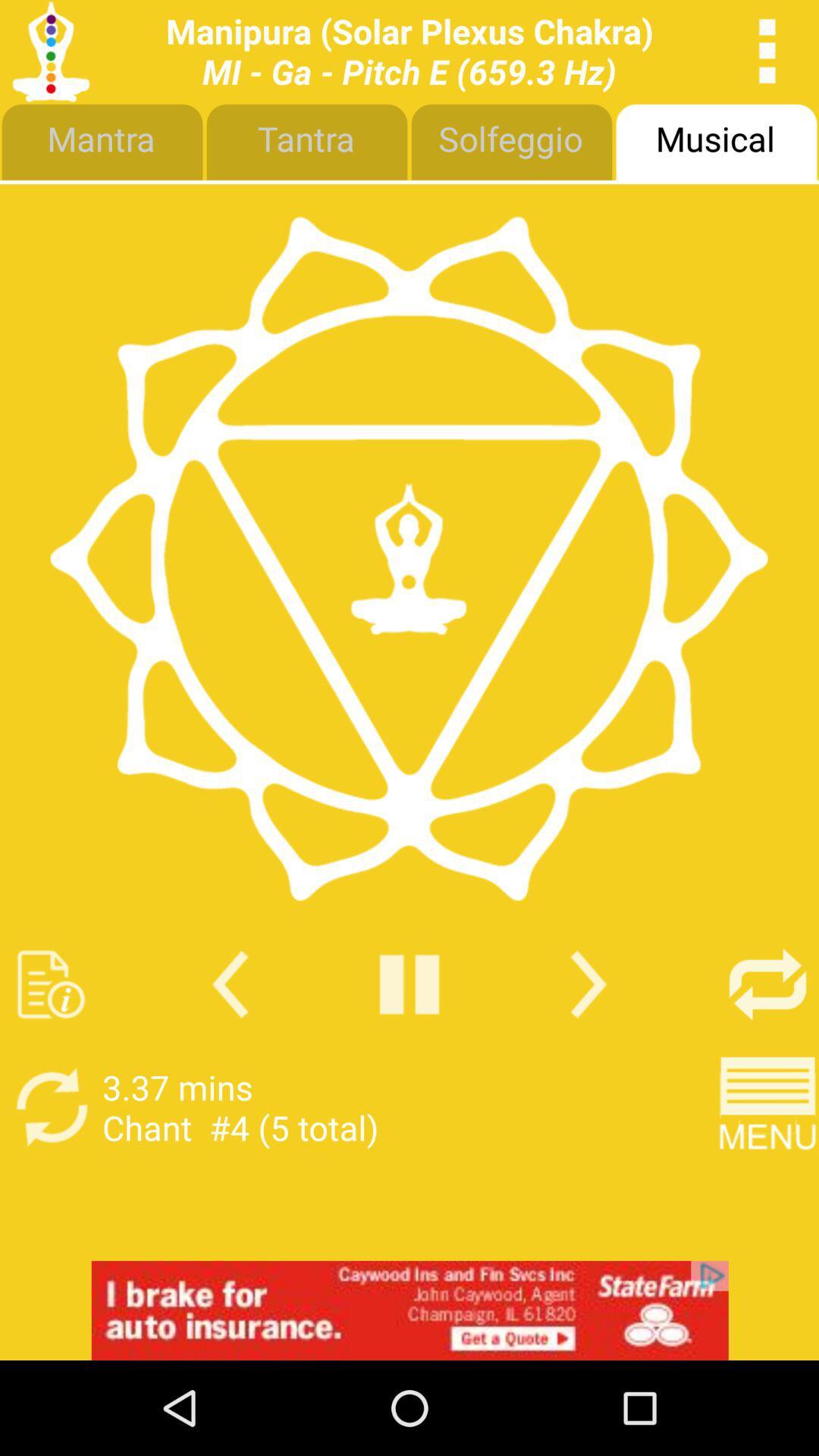 This screenshot has width=819, height=1456. I want to click on next, so click(588, 984).